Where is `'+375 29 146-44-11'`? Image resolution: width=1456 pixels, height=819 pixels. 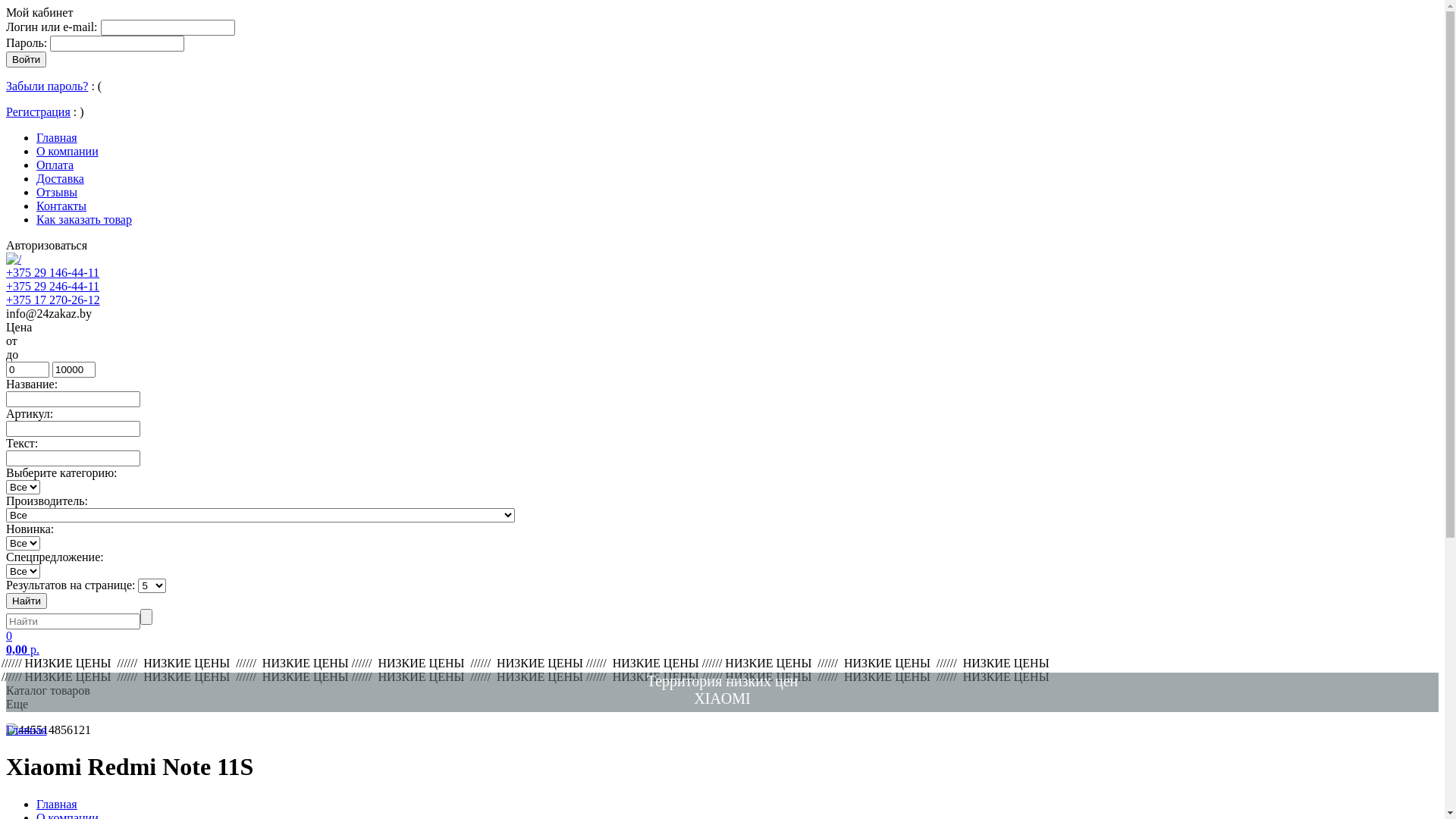
'+375 29 146-44-11' is located at coordinates (52, 271).